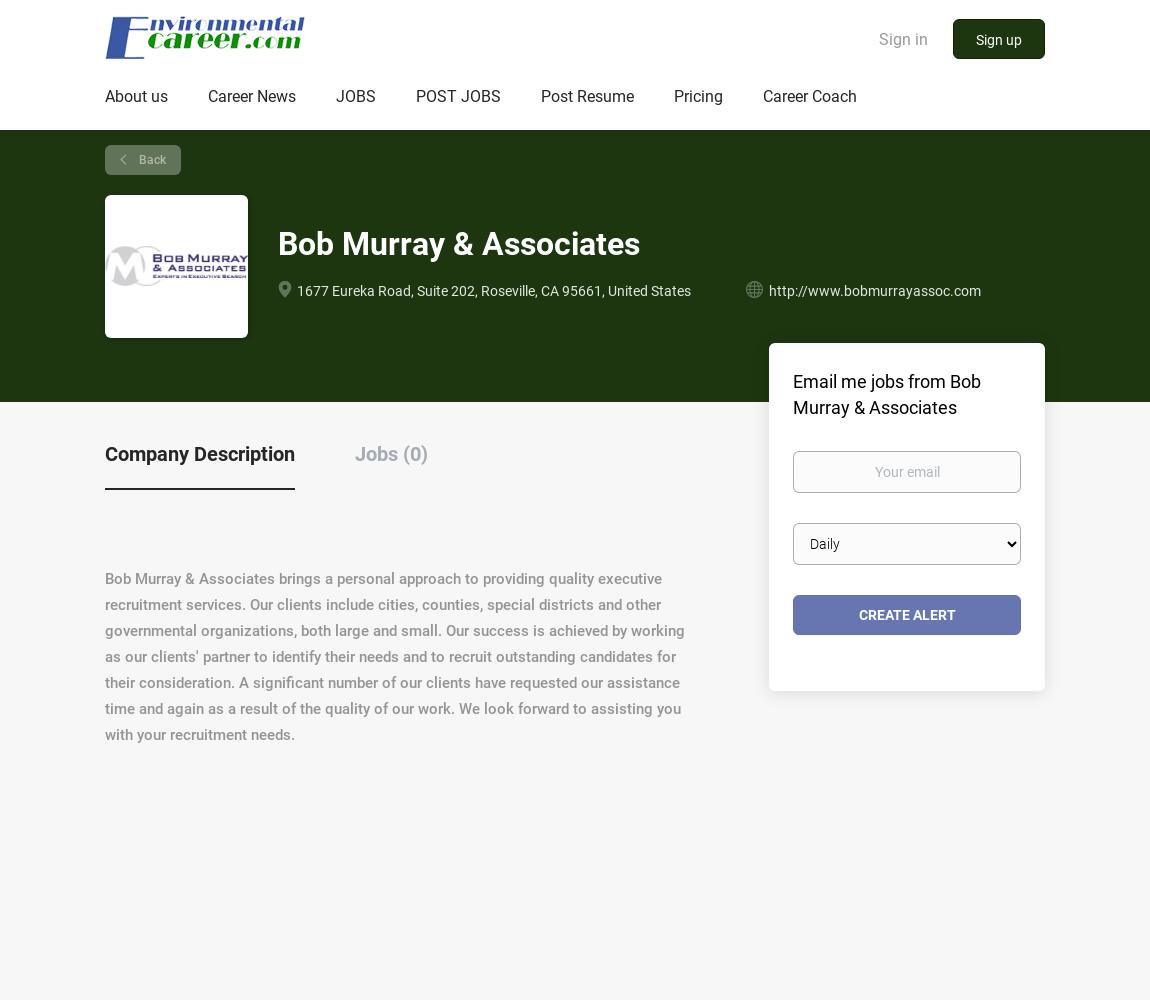 This screenshot has width=1150, height=1000. Describe the element at coordinates (875, 291) in the screenshot. I see `'http://www.bobmurrayassoc.com'` at that location.